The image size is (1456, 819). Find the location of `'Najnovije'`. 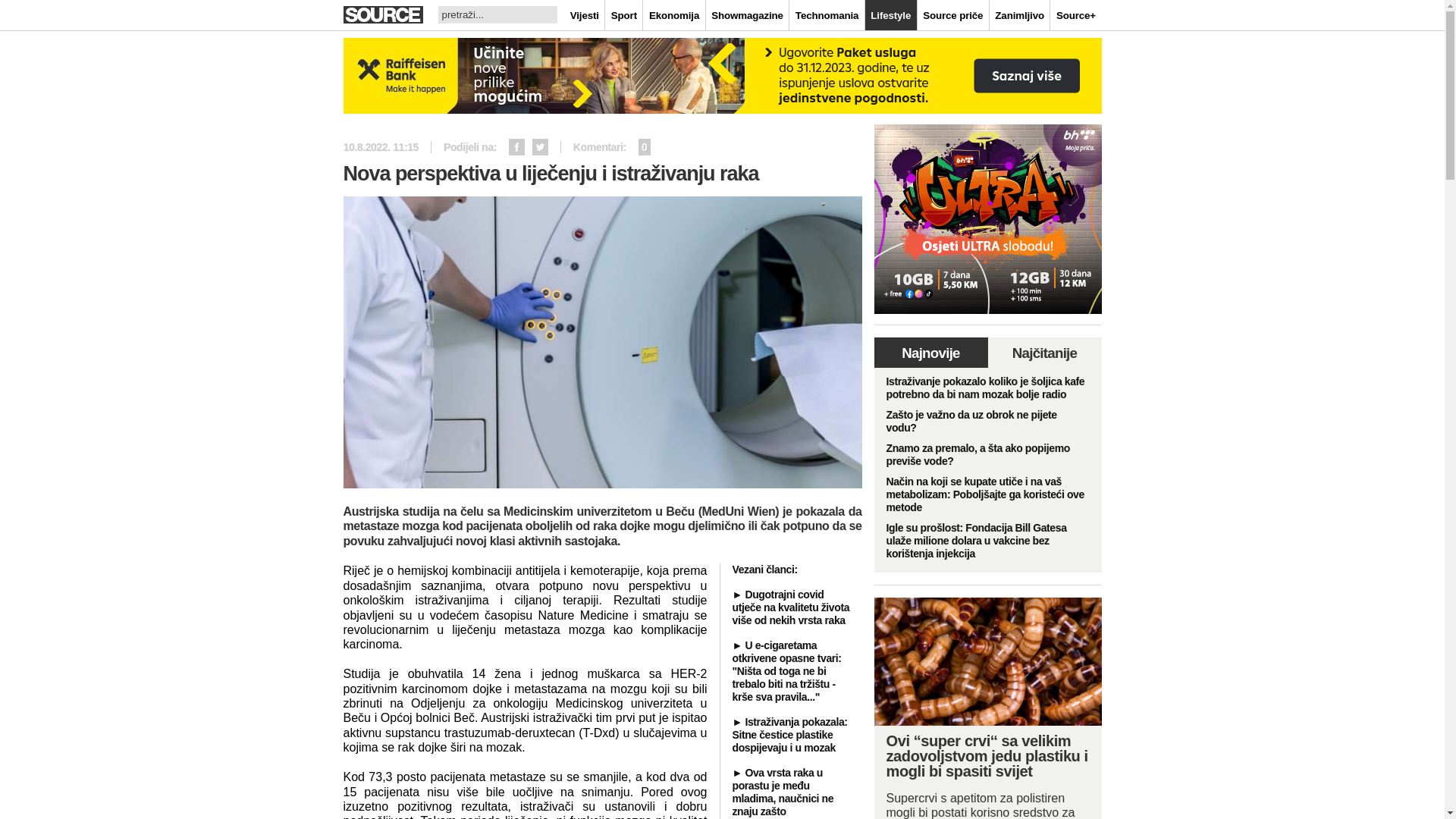

'Najnovije' is located at coordinates (930, 353).